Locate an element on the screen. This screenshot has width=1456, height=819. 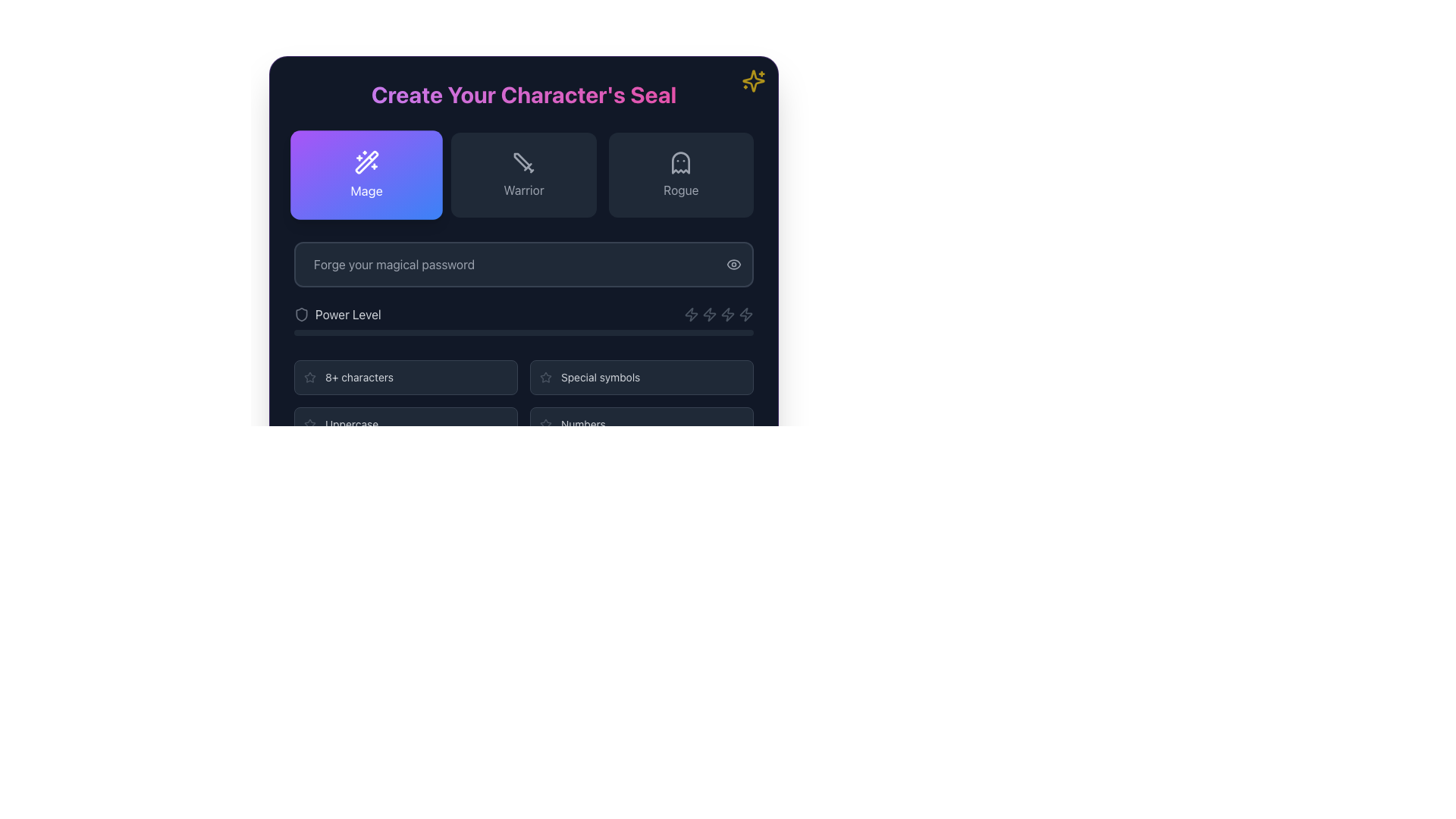
the power or lightning icon located in the bottom-right section of the interface, which is the third in a sequence of six similar icons is located at coordinates (709, 314).